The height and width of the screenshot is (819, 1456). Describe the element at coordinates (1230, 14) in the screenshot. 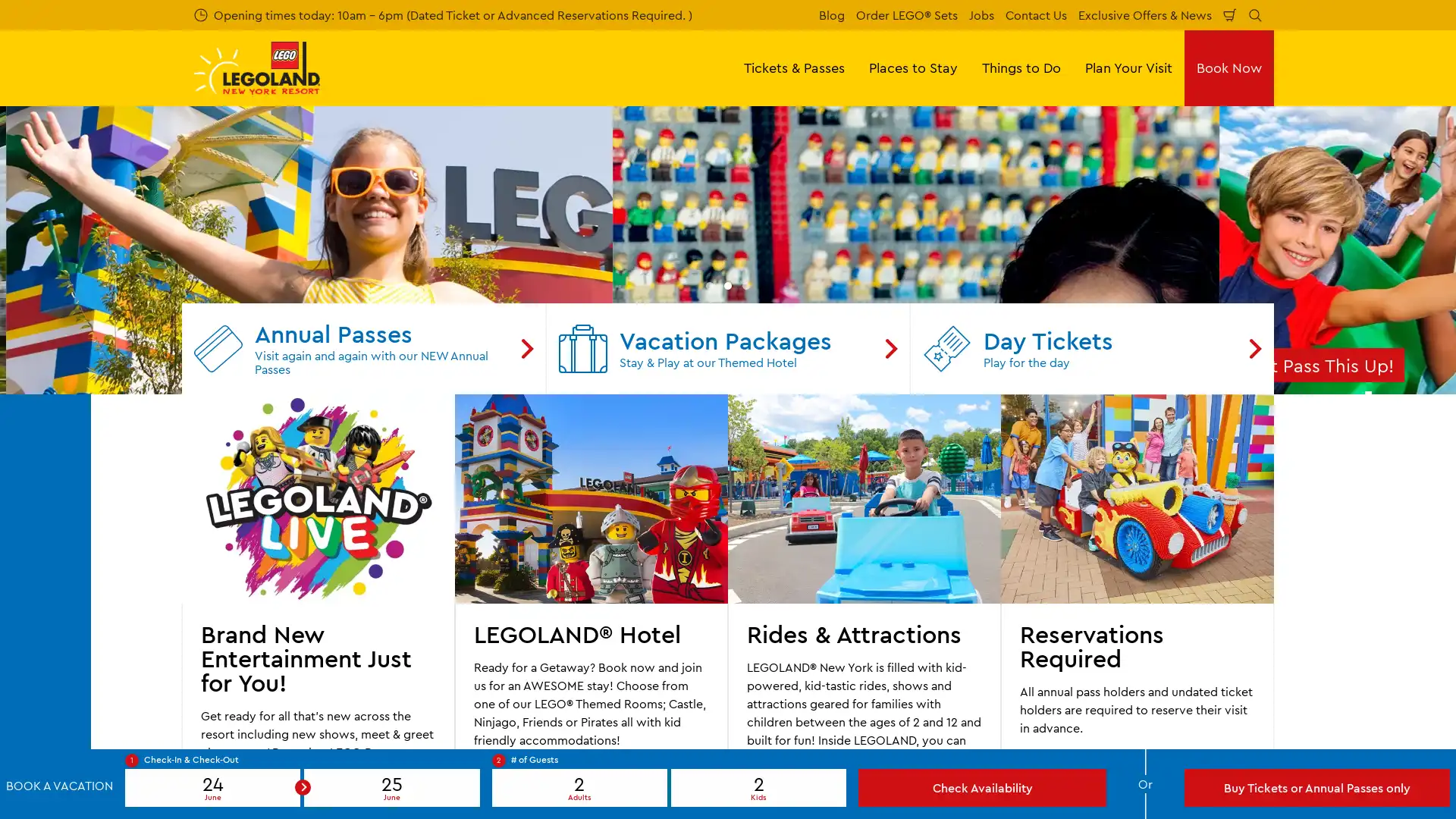

I see `Shopping Cart` at that location.